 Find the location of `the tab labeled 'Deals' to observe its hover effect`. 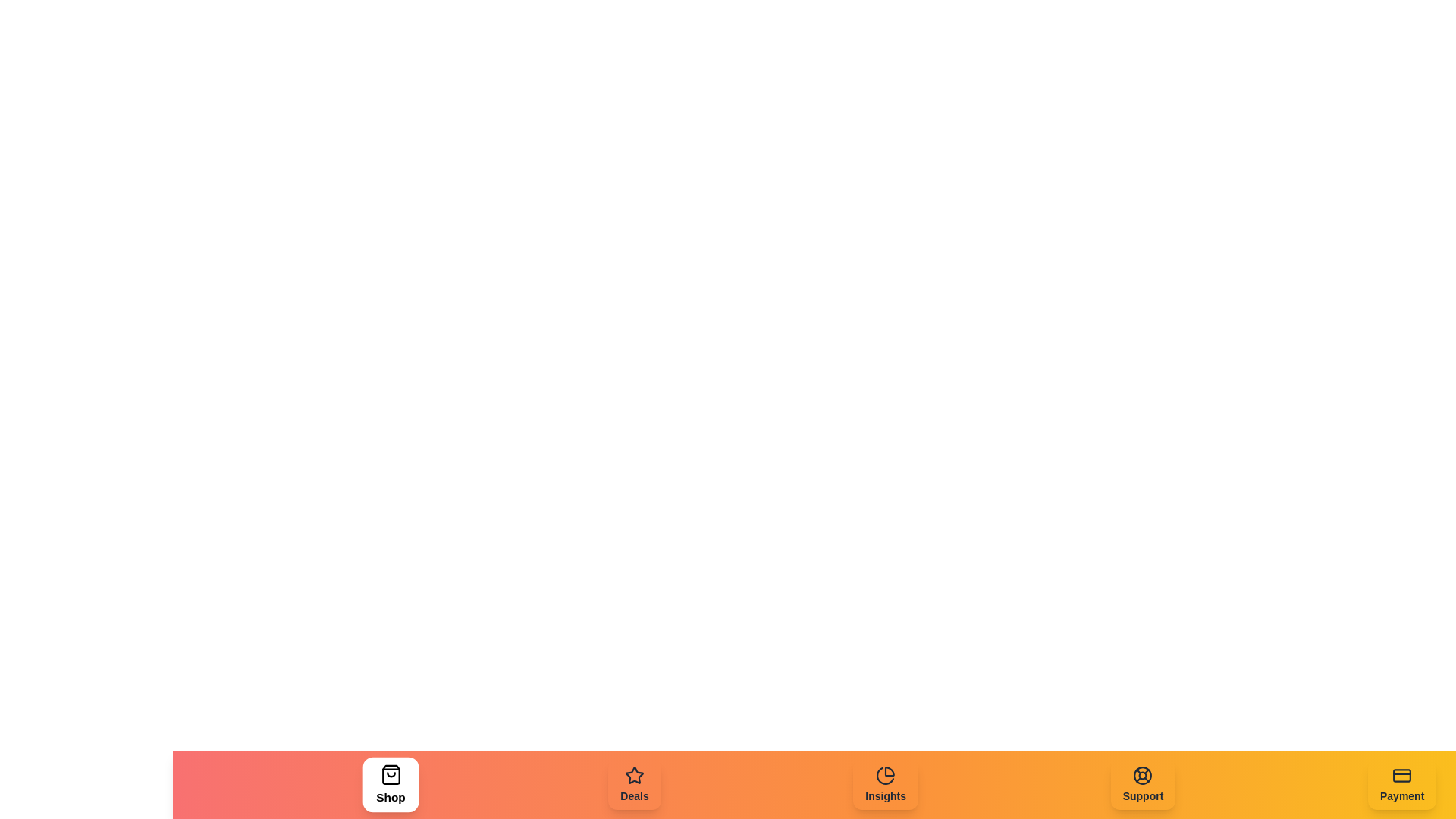

the tab labeled 'Deals' to observe its hover effect is located at coordinates (634, 784).